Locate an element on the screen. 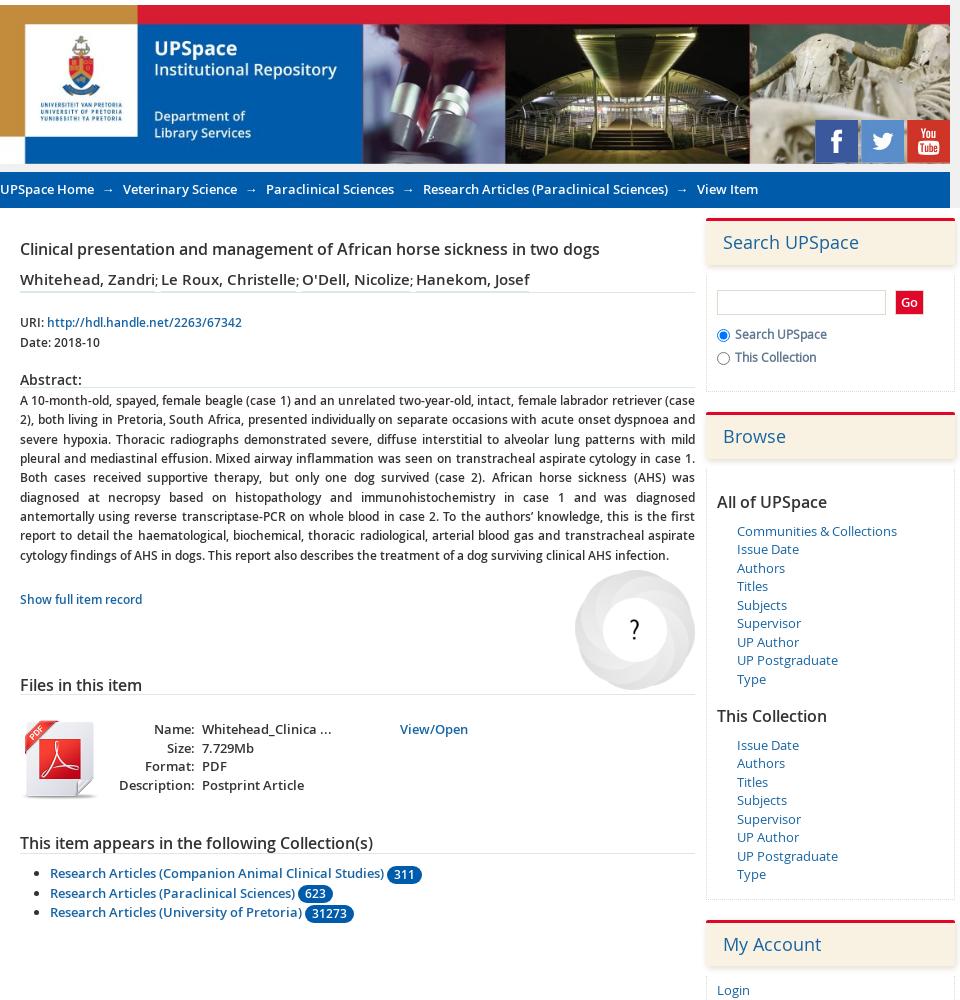 This screenshot has width=960, height=1000. 'Date:' is located at coordinates (34, 340).